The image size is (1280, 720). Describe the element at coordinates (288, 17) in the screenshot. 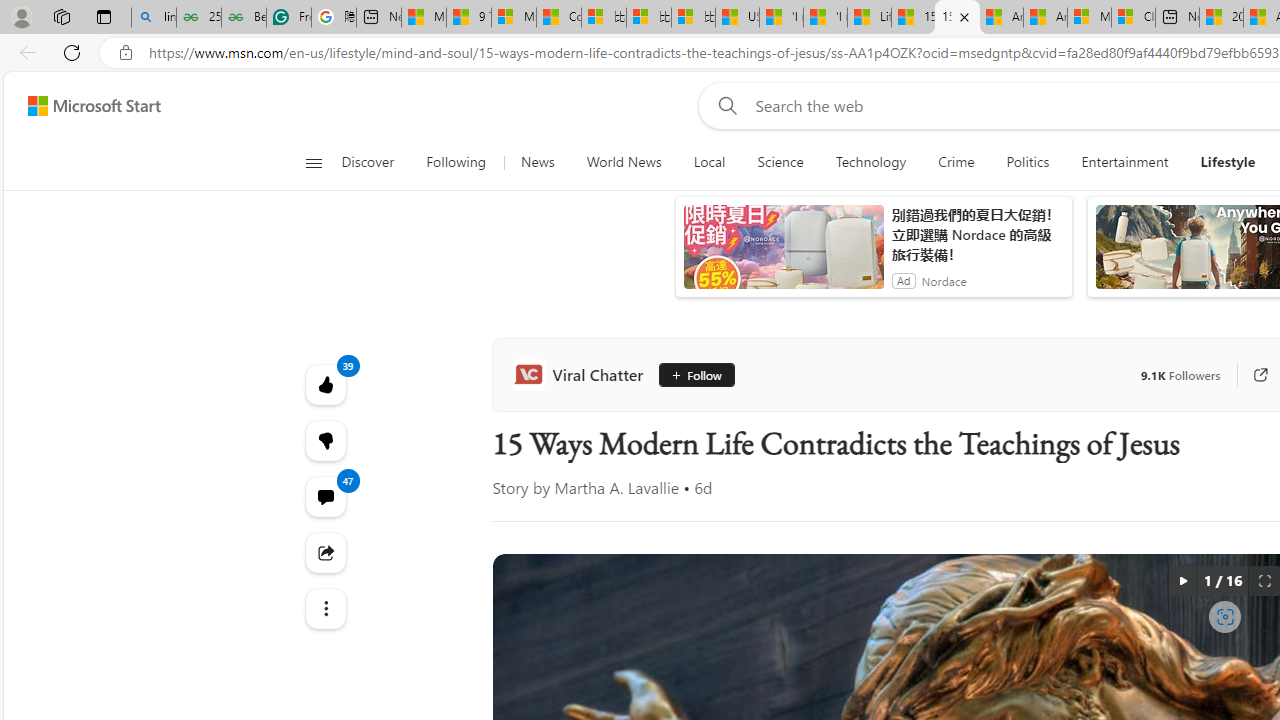

I see `'Free AI Writing Assistance for Students | Grammarly'` at that location.